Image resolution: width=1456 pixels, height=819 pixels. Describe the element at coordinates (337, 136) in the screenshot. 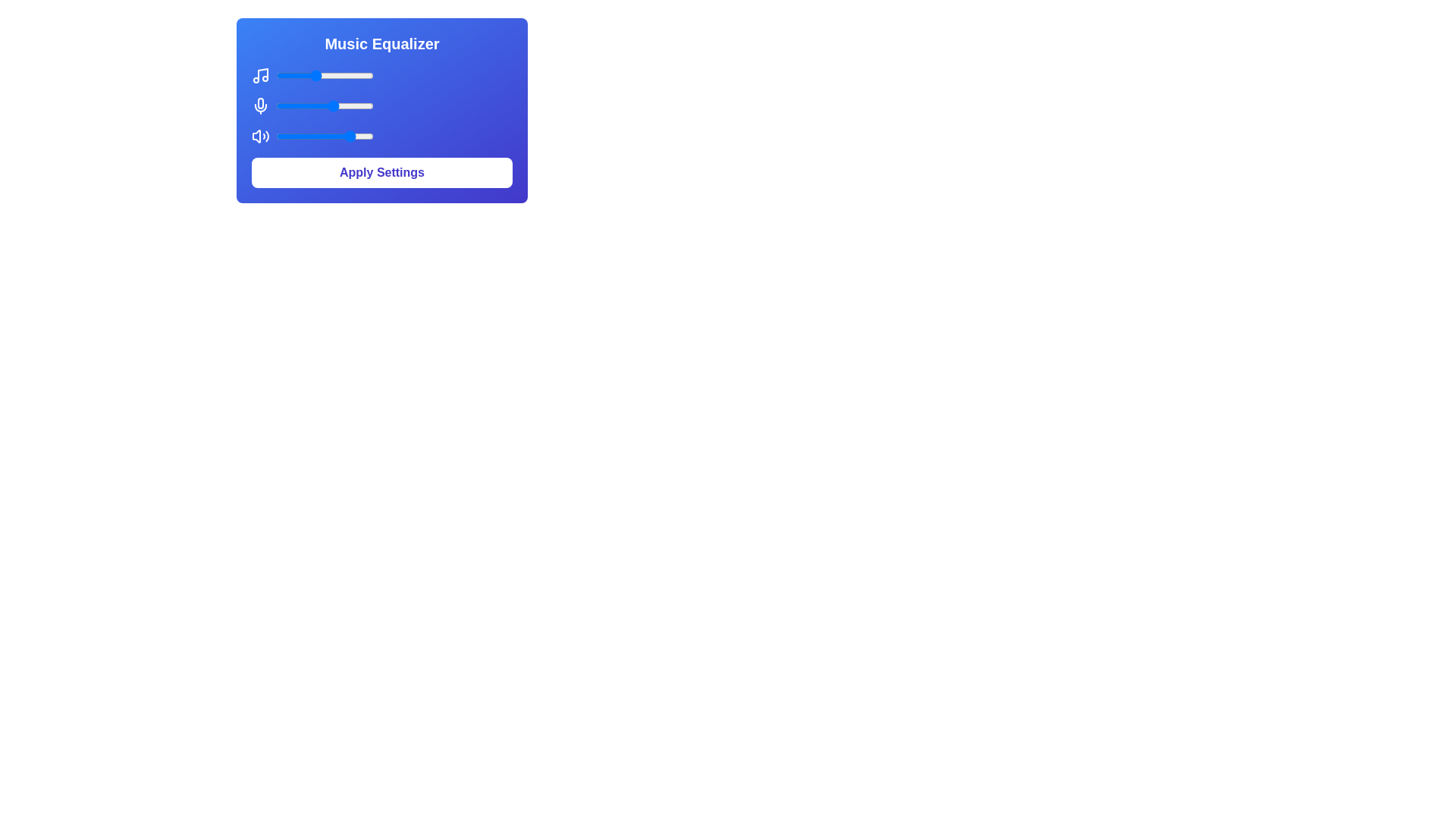

I see `the volume` at that location.